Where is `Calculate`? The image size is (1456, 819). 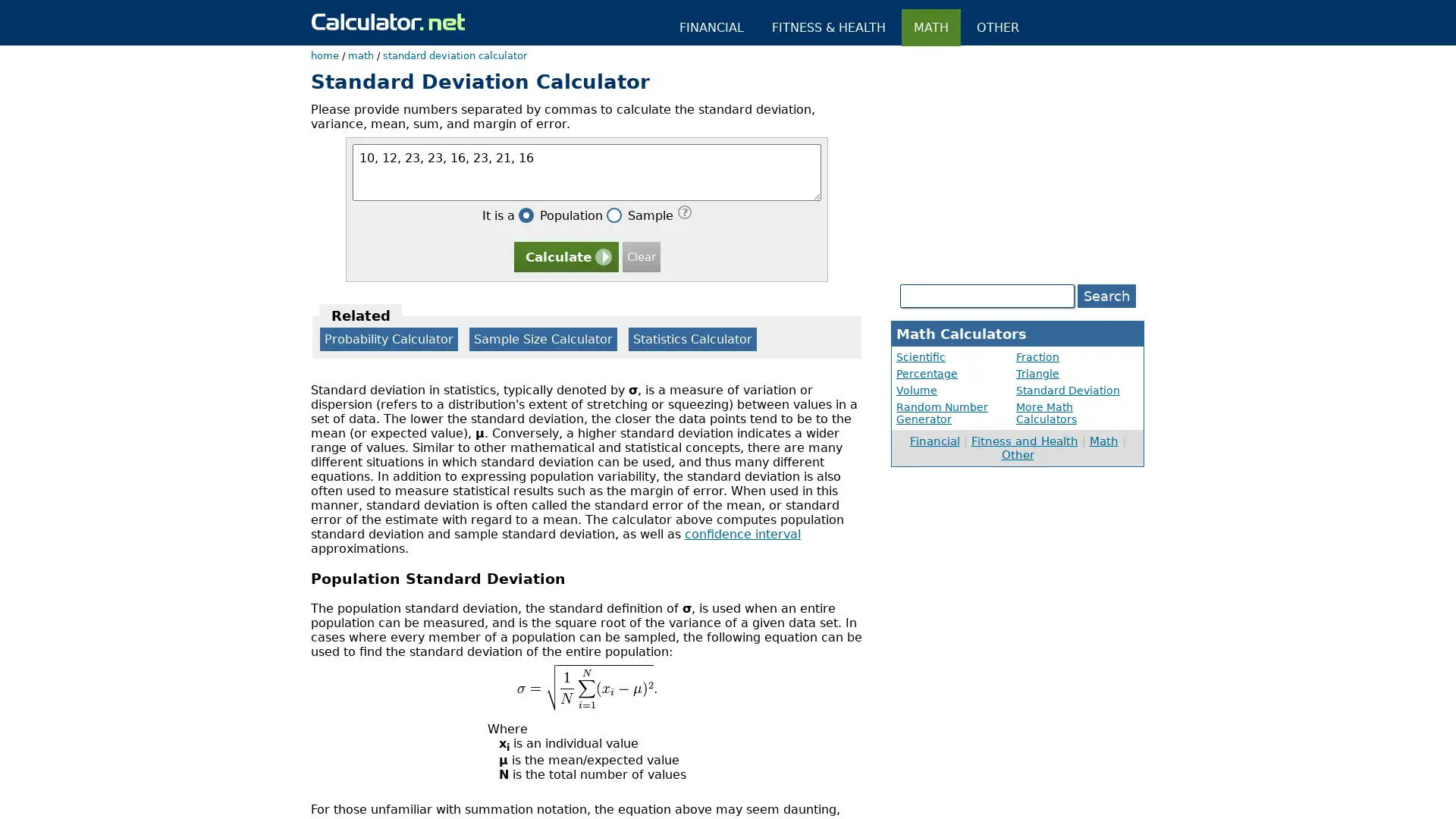
Calculate is located at coordinates (564, 256).